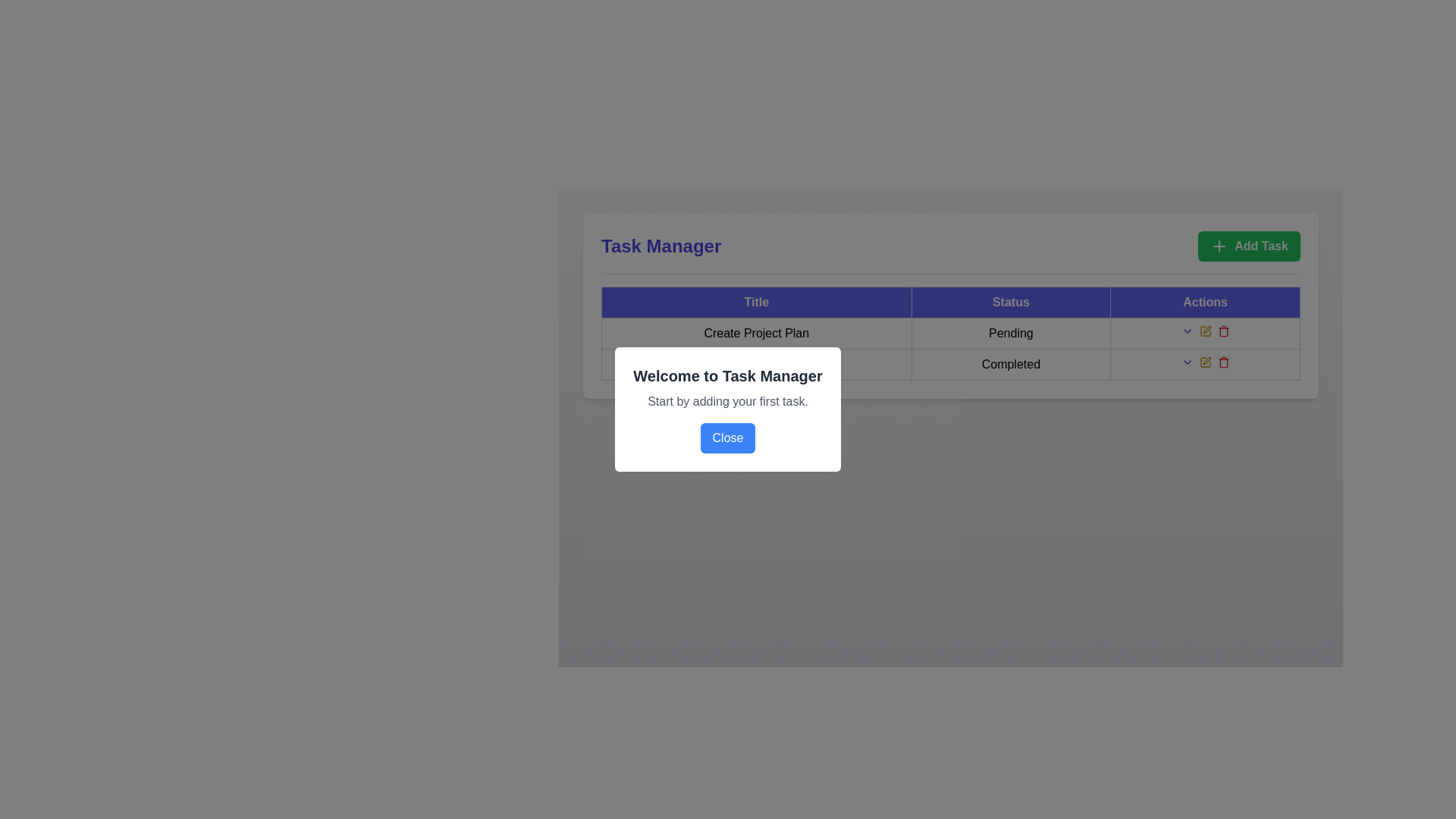 Image resolution: width=1456 pixels, height=819 pixels. What do you see at coordinates (661, 245) in the screenshot?
I see `the 'Task Manager' title text label located in the top-left corner of the header bar, adjacent to the green 'Add Task' button` at bounding box center [661, 245].